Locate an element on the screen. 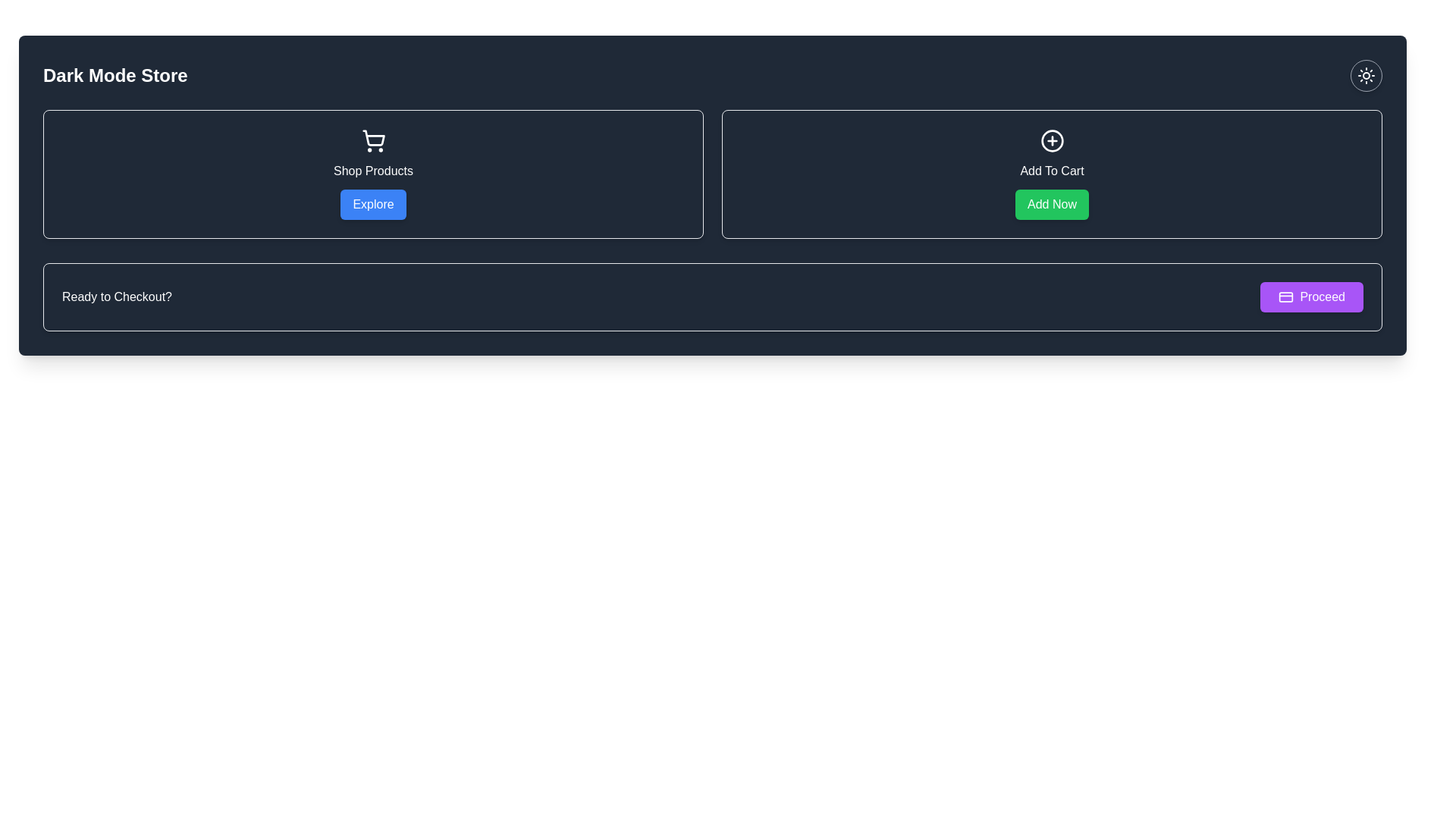 This screenshot has width=1456, height=819. the rectangular button with rounded corners and blue background that reads 'Explore' to initiate its action is located at coordinates (373, 205).